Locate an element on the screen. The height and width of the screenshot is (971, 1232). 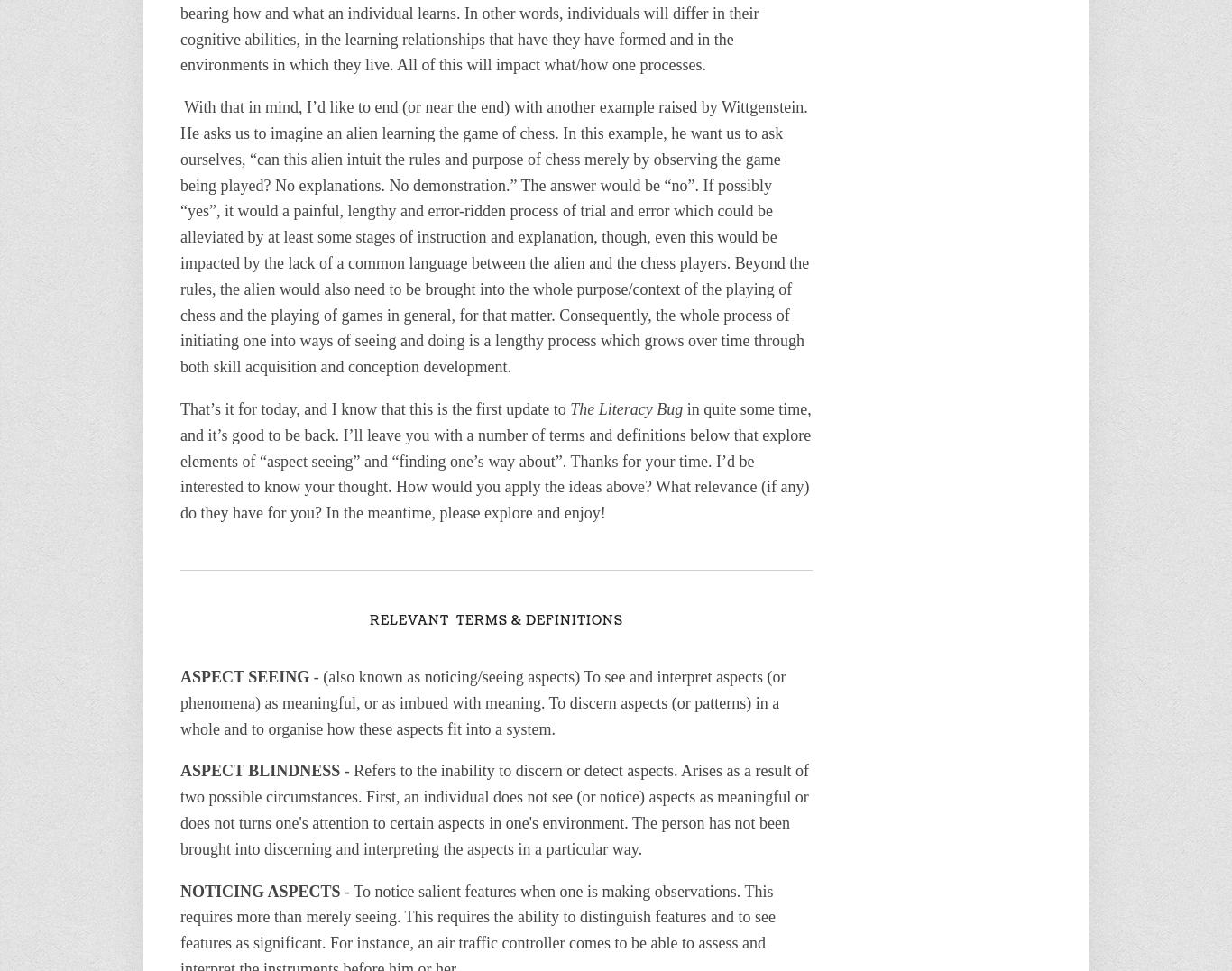
'That’s it for today, and I know that this is the first update to' is located at coordinates (373, 407).